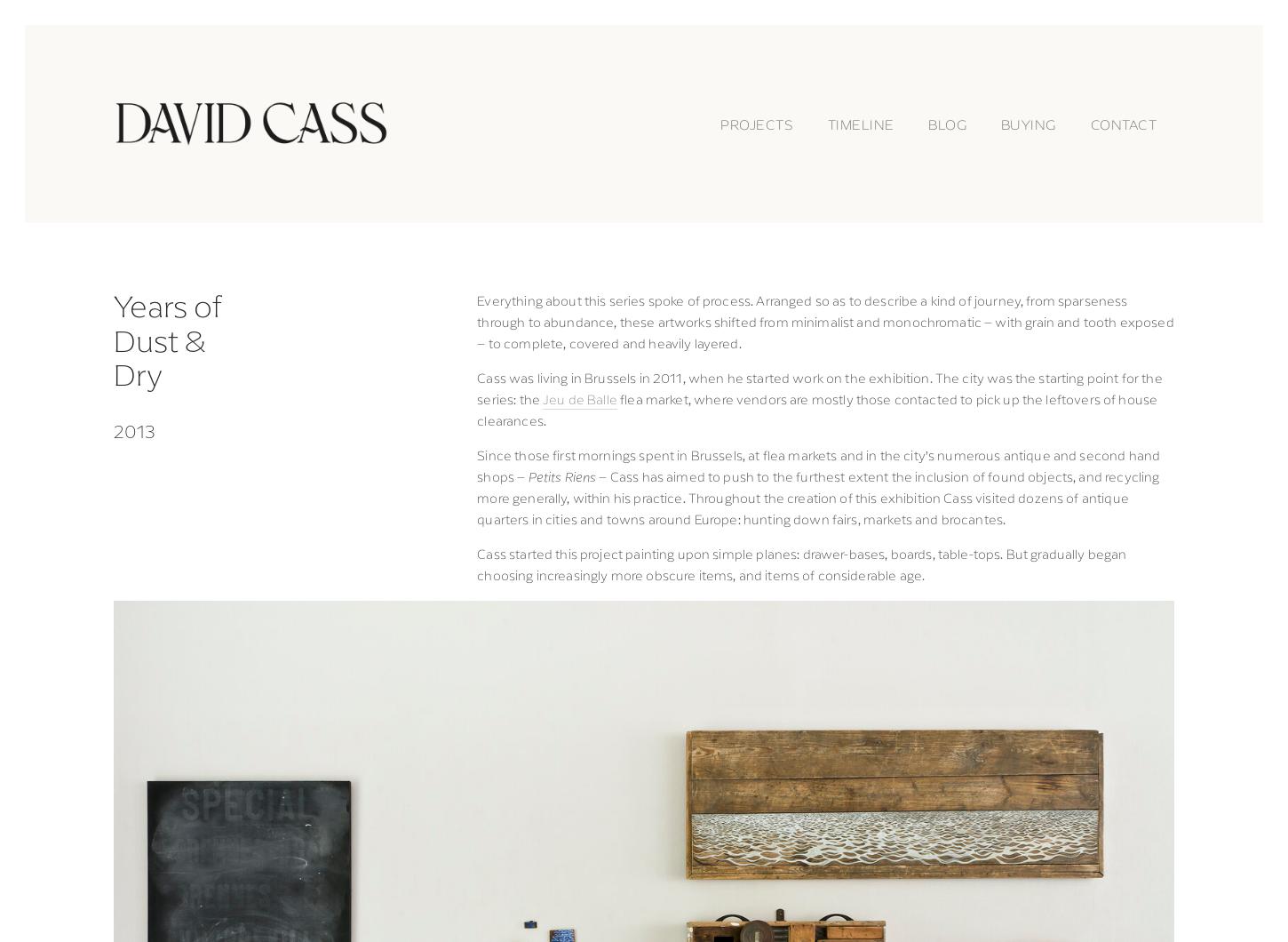 Image resolution: width=1288 pixels, height=942 pixels. What do you see at coordinates (819, 387) in the screenshot?
I see `'Cass was living in Brussels in 2011, when he started work on the exhibition. The city was the starting point for the series: the'` at bounding box center [819, 387].